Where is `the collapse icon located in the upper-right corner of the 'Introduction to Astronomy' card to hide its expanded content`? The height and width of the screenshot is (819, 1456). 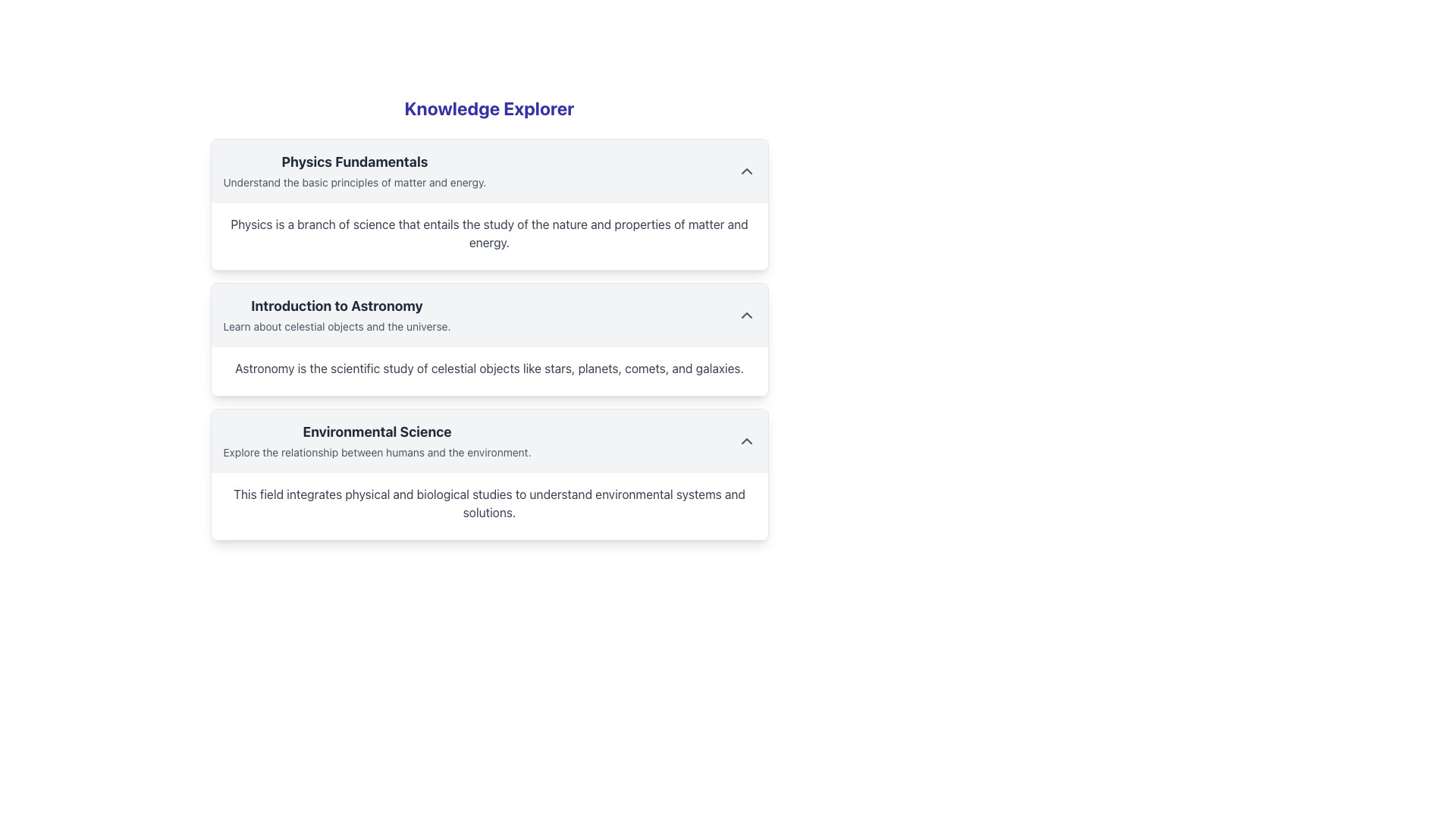
the collapse icon located in the upper-right corner of the 'Introduction to Astronomy' card to hide its expanded content is located at coordinates (746, 315).